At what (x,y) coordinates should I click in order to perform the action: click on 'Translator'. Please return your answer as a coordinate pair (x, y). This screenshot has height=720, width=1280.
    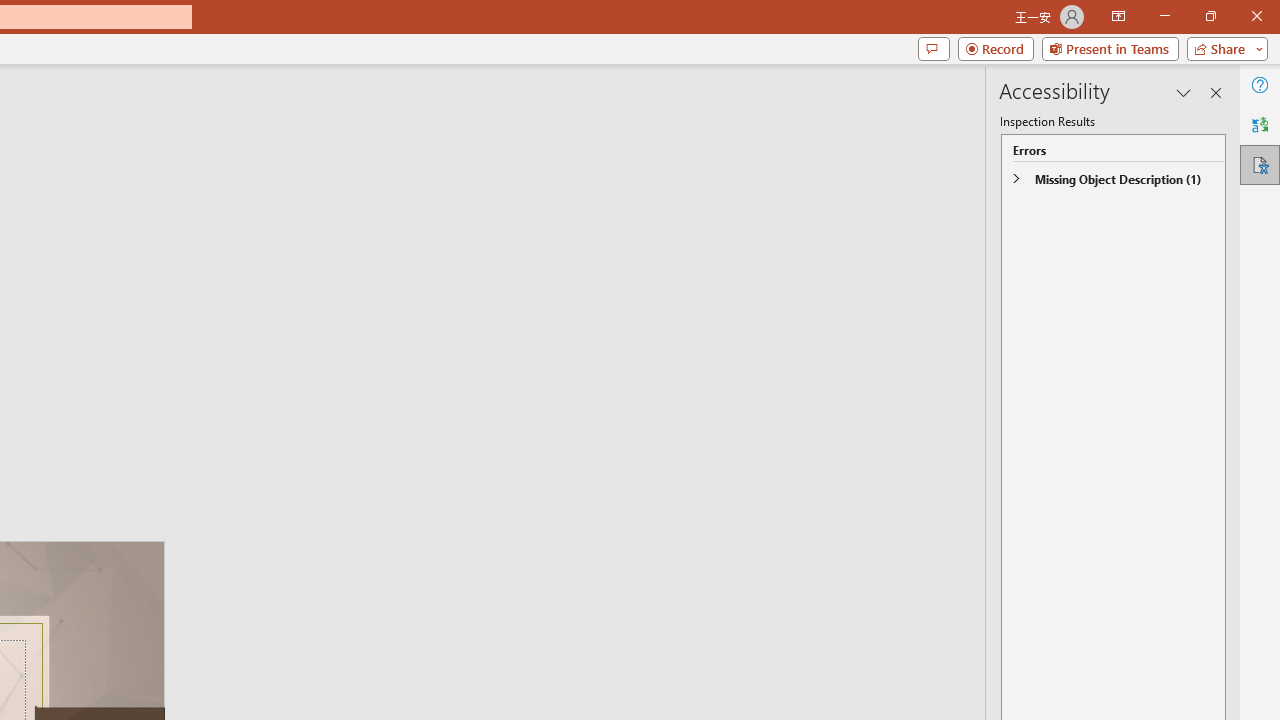
    Looking at the image, I should click on (1259, 124).